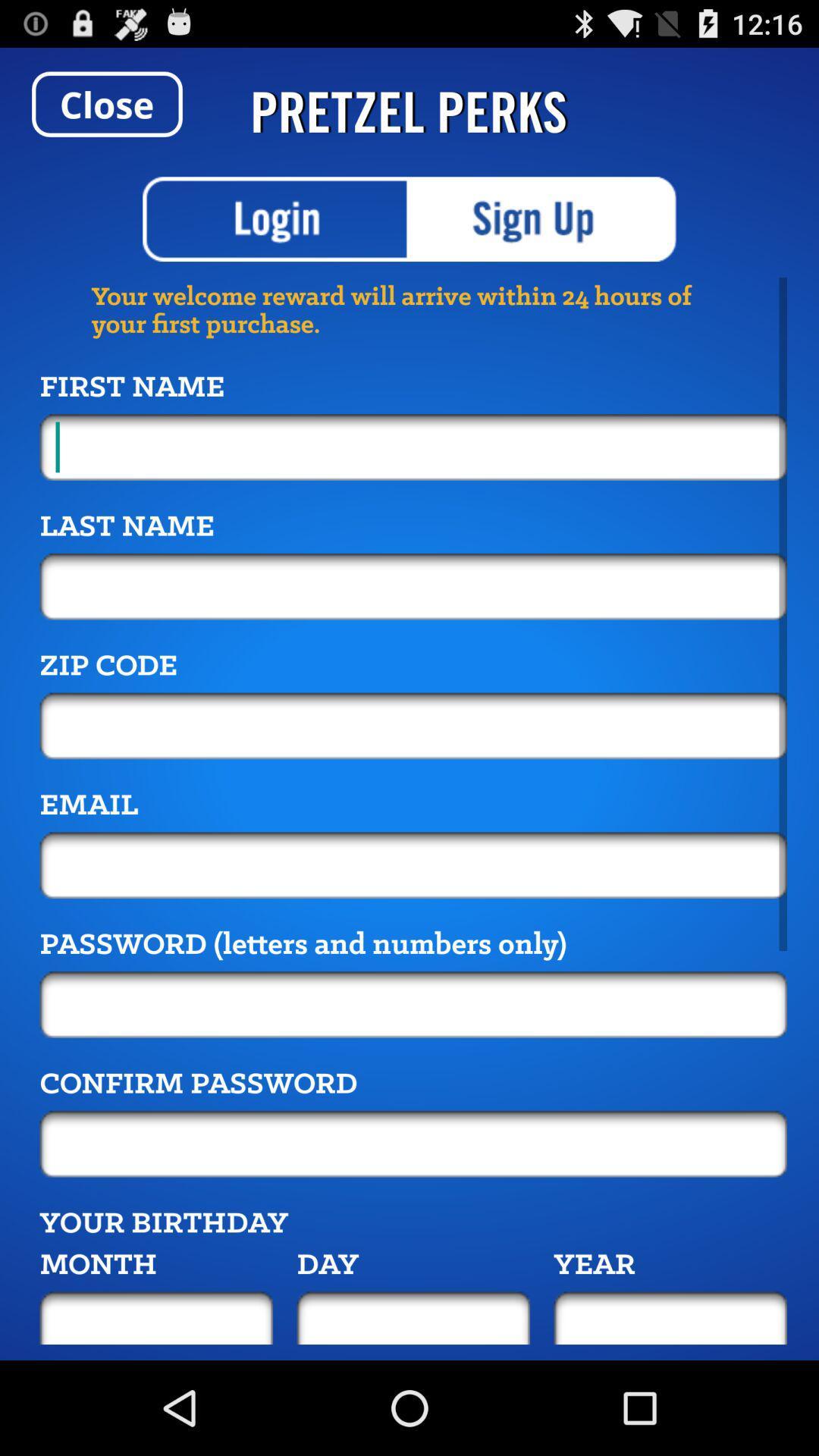  I want to click on login option, so click(276, 218).